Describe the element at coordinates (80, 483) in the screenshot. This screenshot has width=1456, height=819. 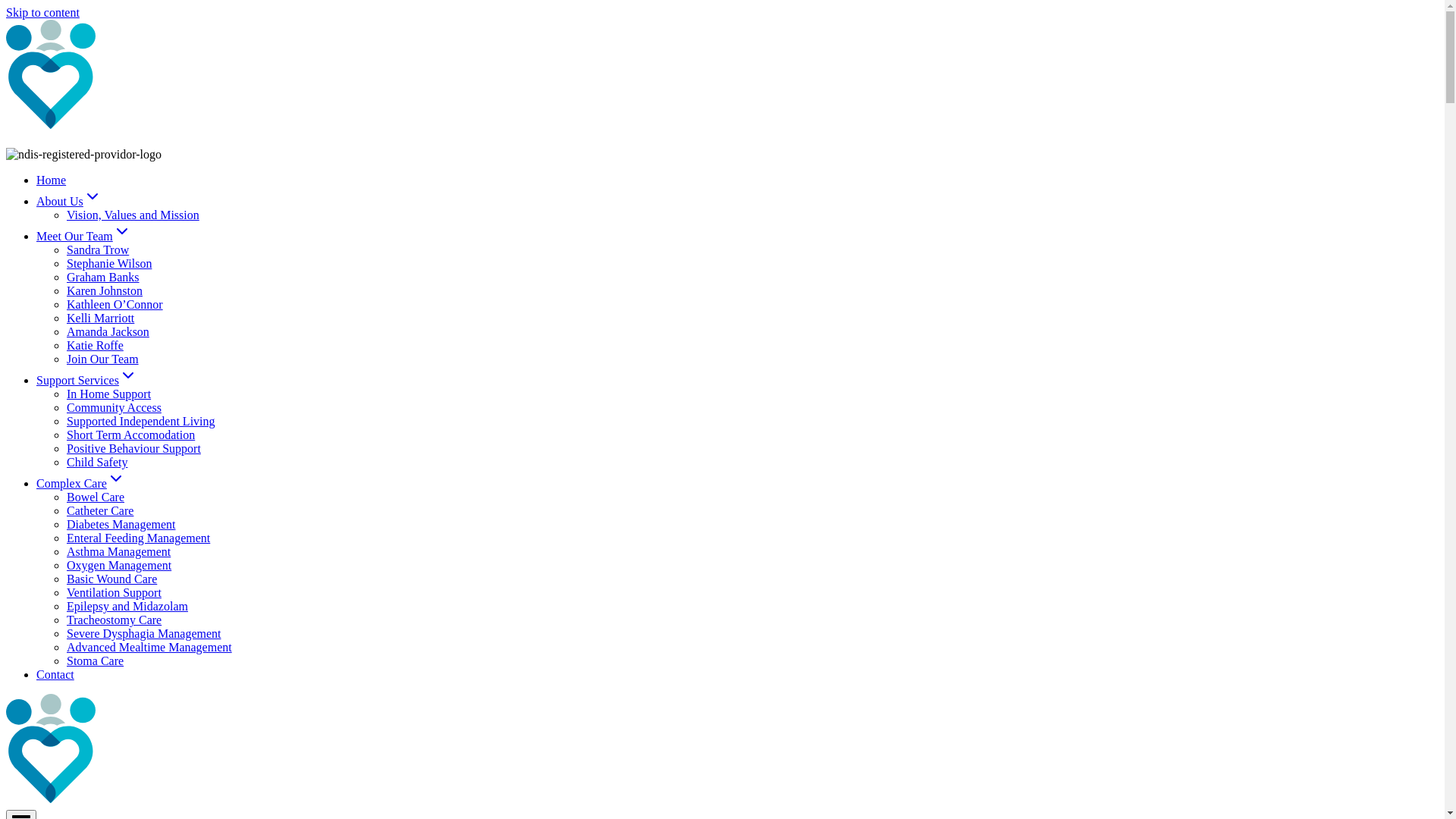
I see `'Complex CareExpand'` at that location.